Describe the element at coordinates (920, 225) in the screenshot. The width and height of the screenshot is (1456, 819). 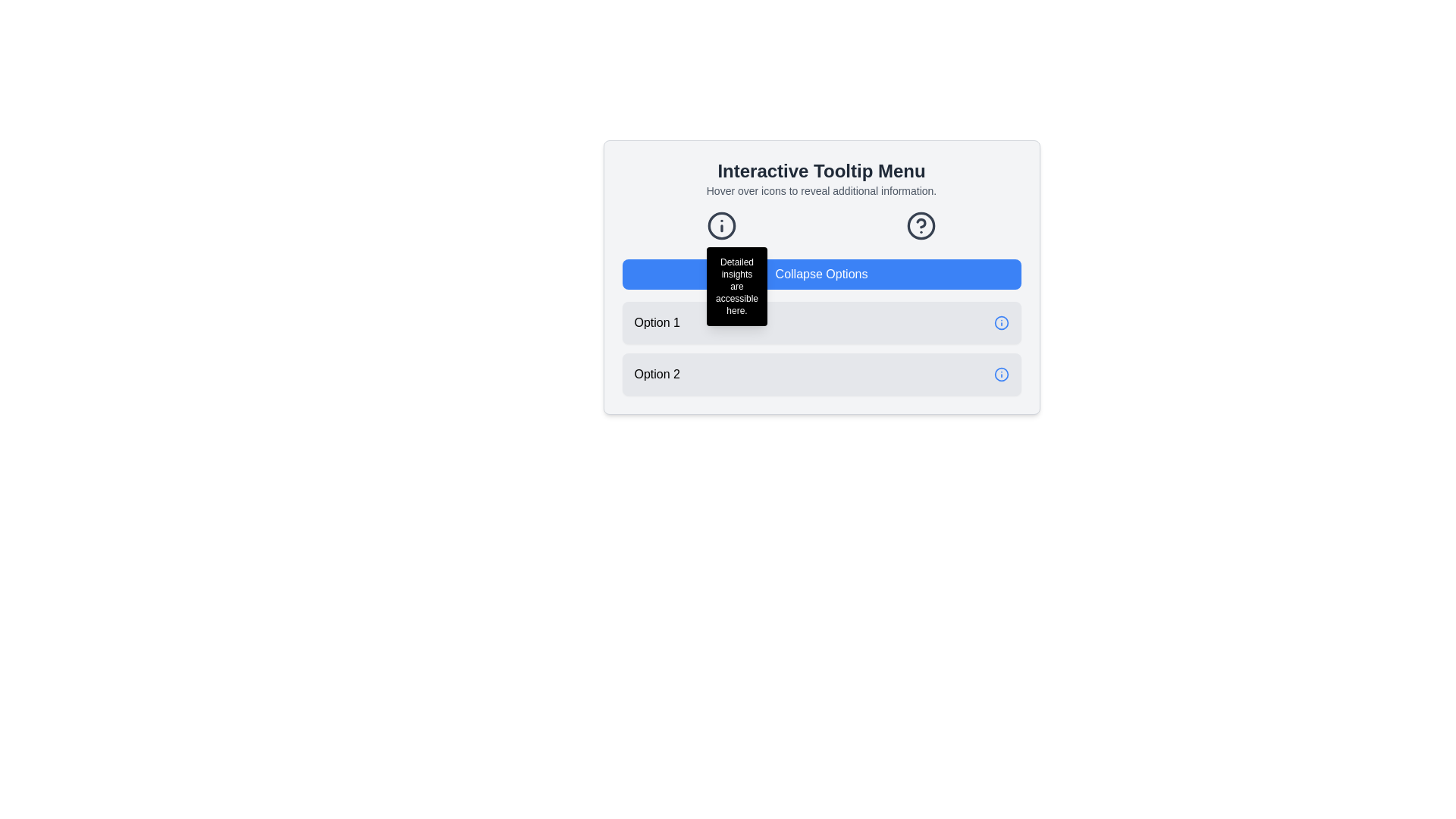
I see `the circular icon with a dark gray color that is part of the interactive tooltip menu, located to the right of the question mark icon in the title section` at that location.